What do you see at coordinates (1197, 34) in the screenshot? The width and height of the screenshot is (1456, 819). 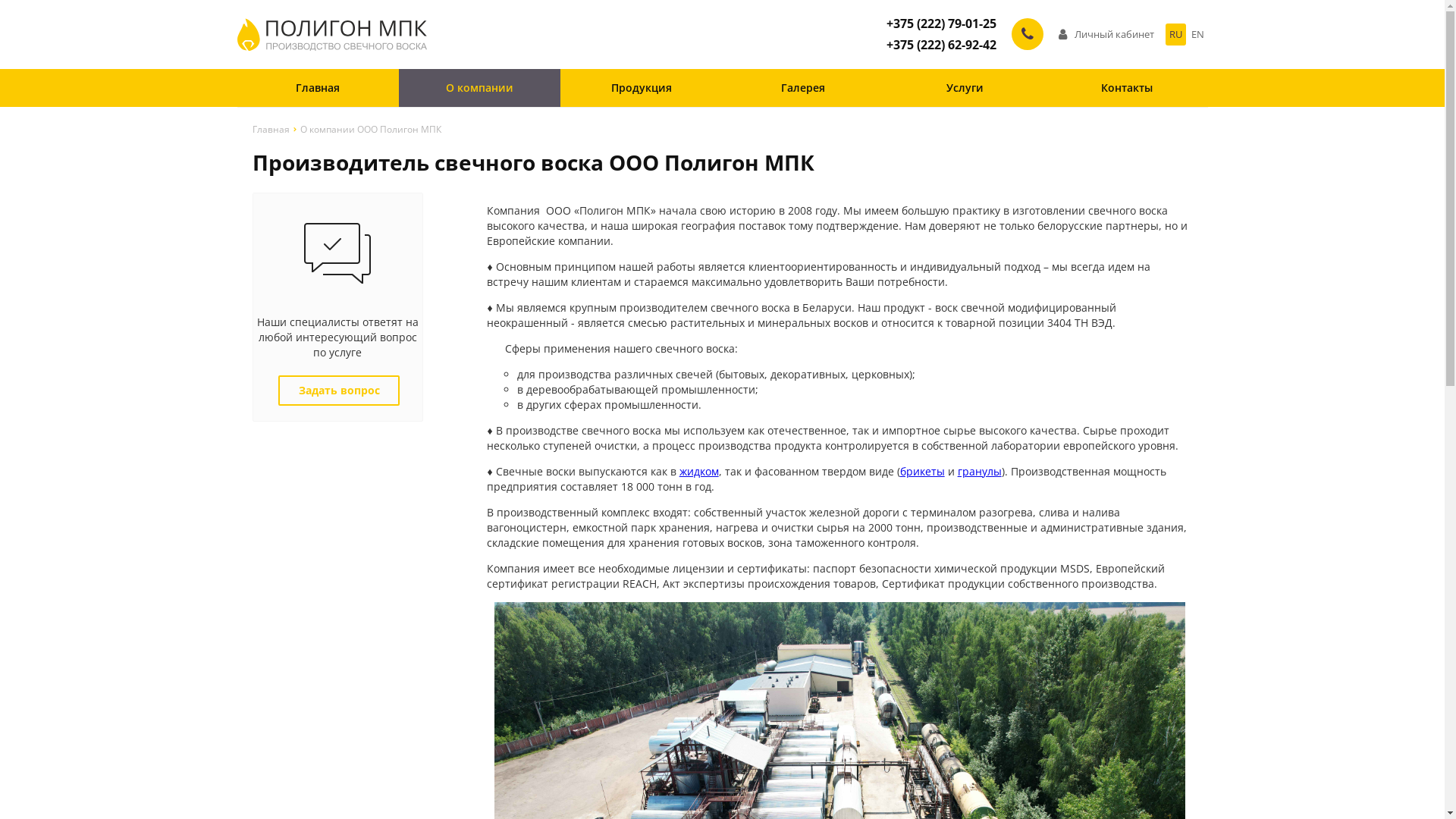 I see `'EN'` at bounding box center [1197, 34].